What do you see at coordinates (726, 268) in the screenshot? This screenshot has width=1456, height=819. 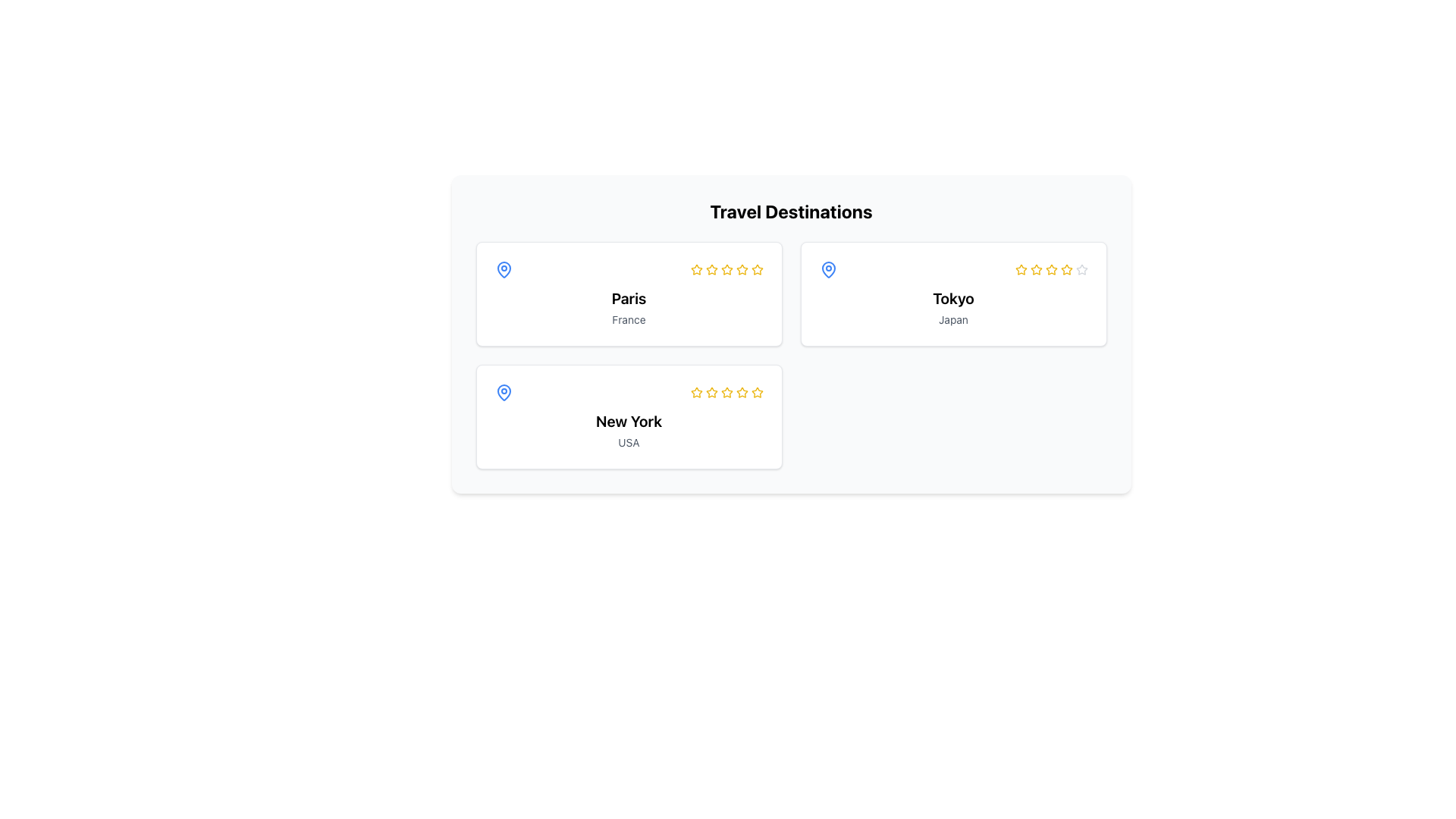 I see `the yellow star icon, which is the third star in the rating section of the 'Paris, France' destination card` at bounding box center [726, 268].